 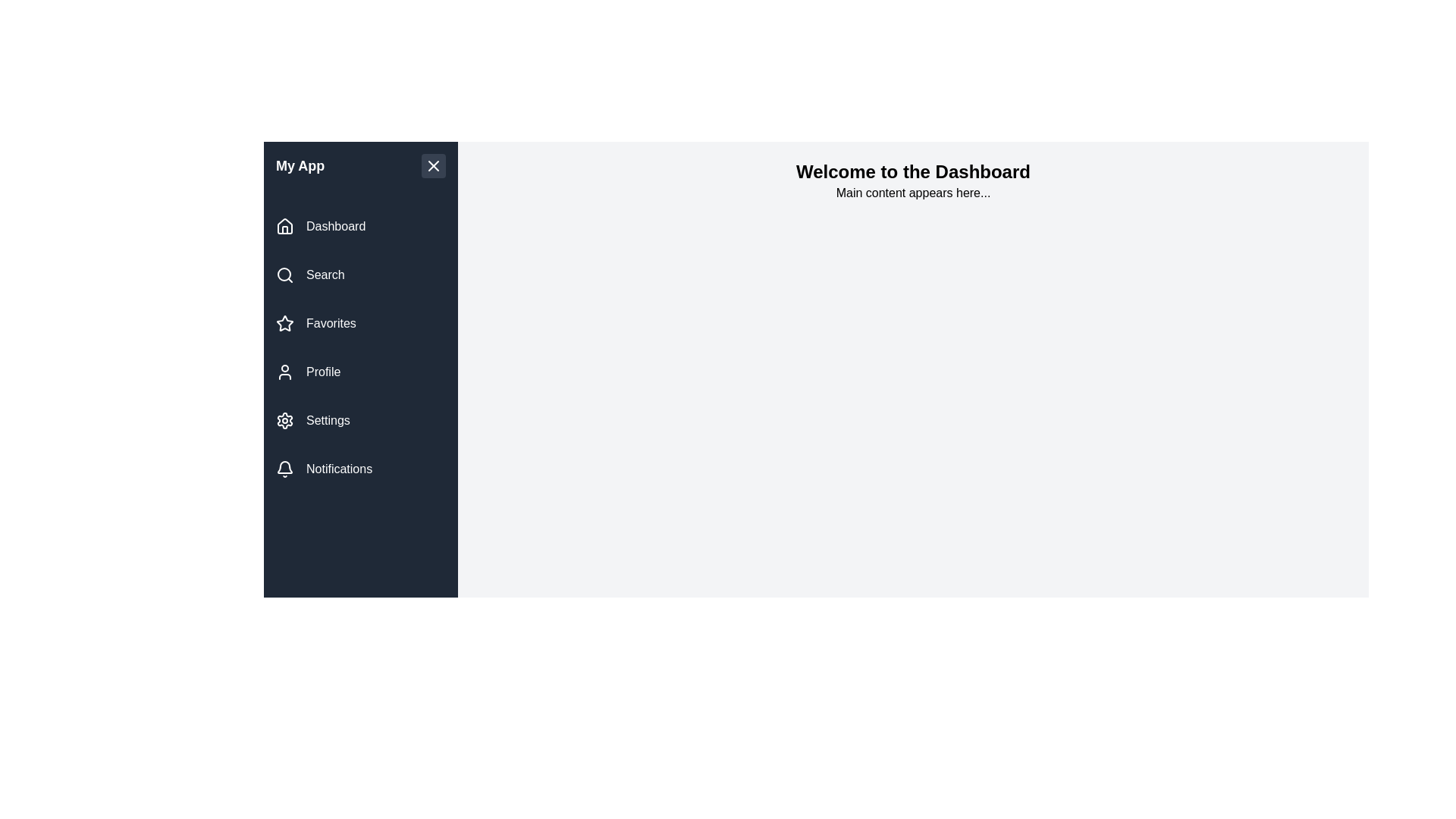 I want to click on the navigation item Dashboard from the drawer, so click(x=359, y=227).